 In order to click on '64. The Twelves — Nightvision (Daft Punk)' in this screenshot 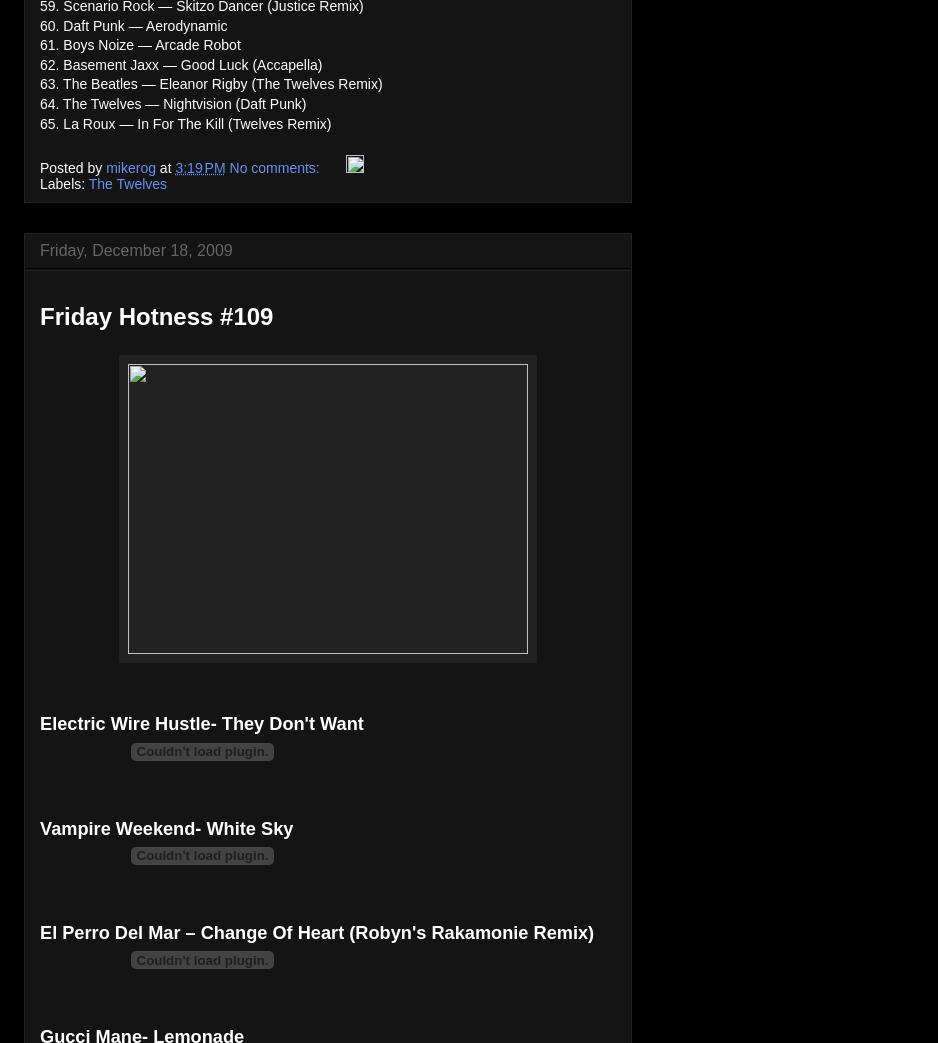, I will do `click(171, 103)`.